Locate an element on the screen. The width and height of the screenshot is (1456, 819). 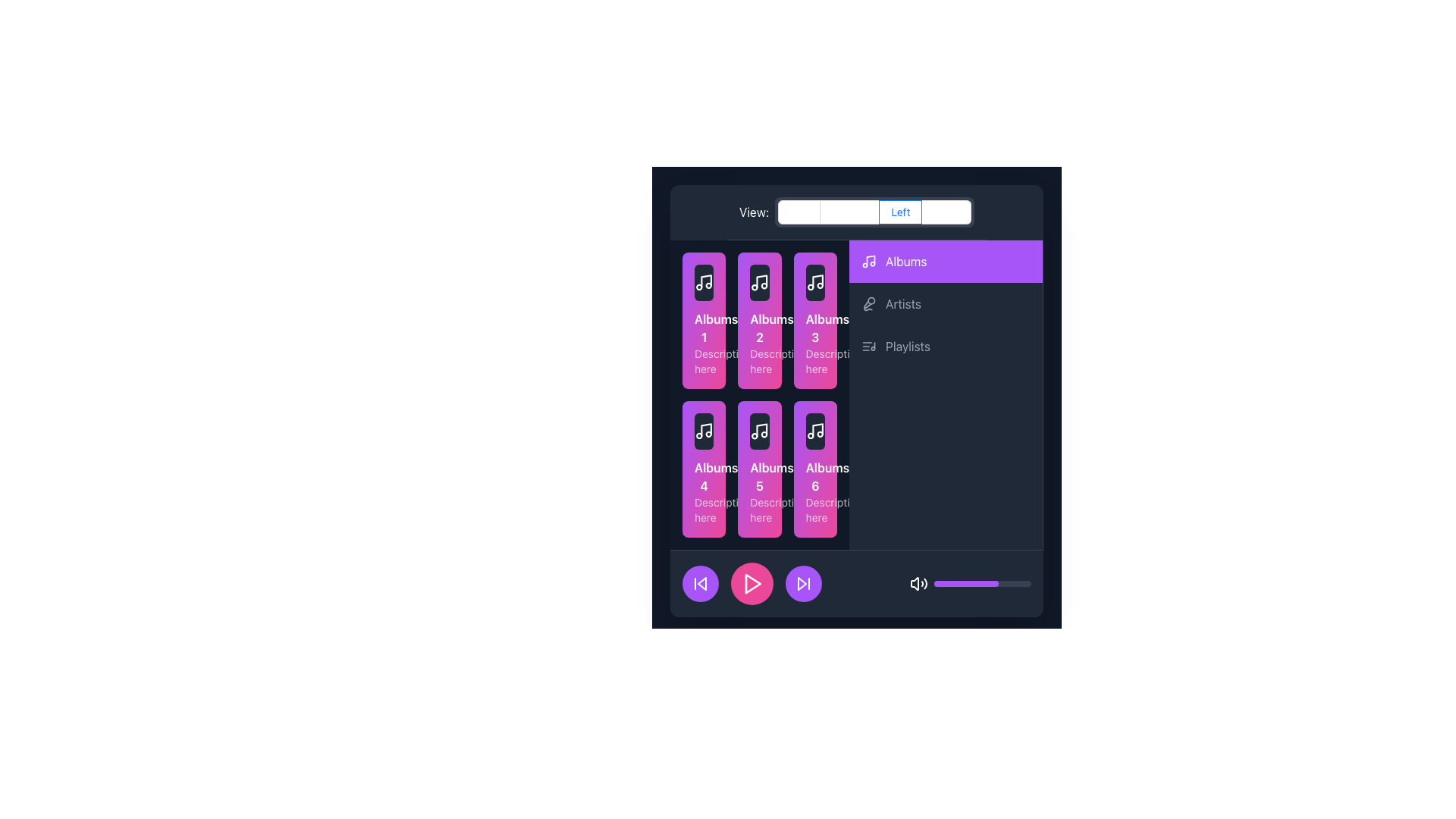
the volume control icon in the bottom control panel of the media player is located at coordinates (914, 583).